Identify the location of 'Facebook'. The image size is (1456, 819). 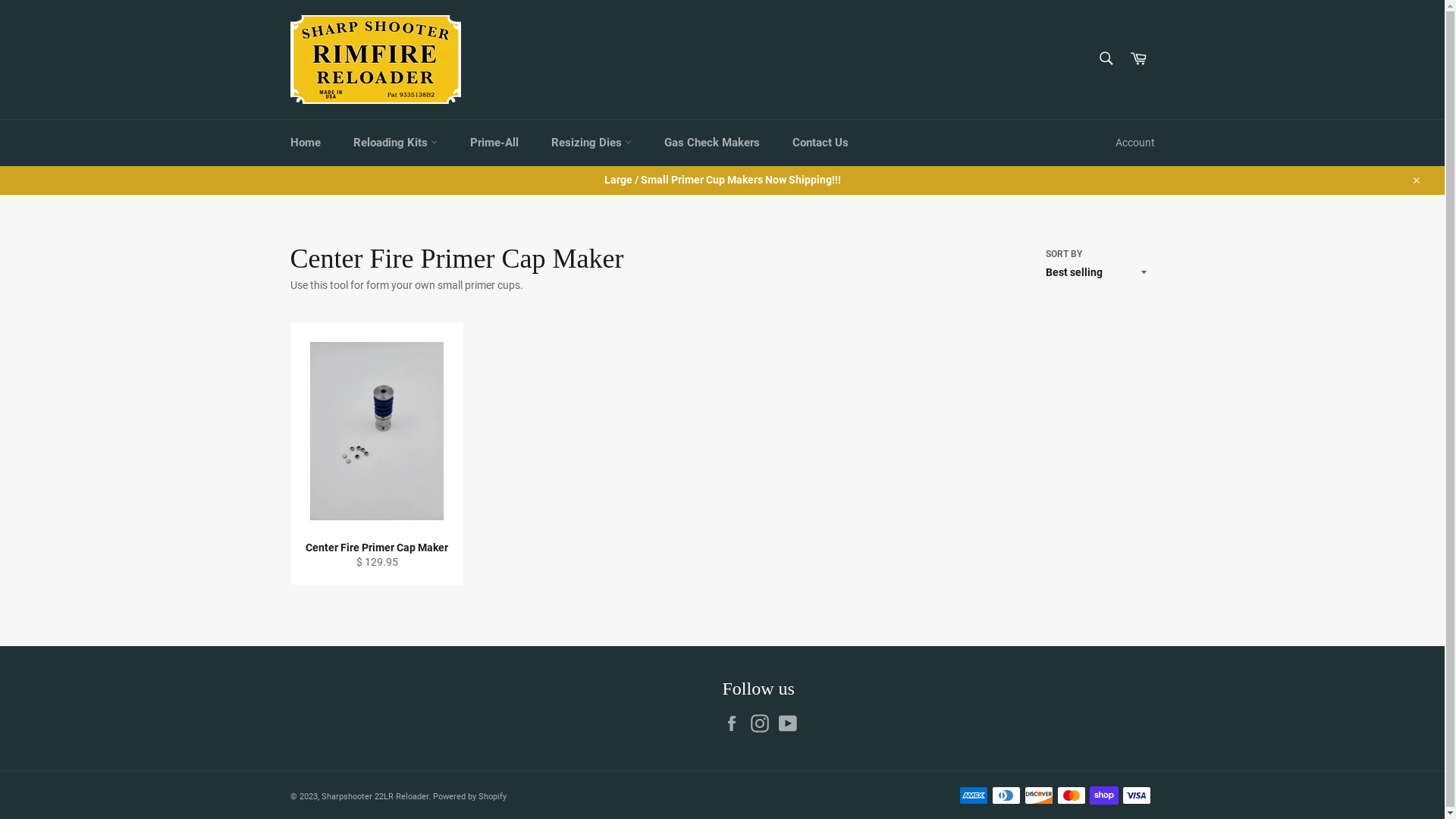
(735, 722).